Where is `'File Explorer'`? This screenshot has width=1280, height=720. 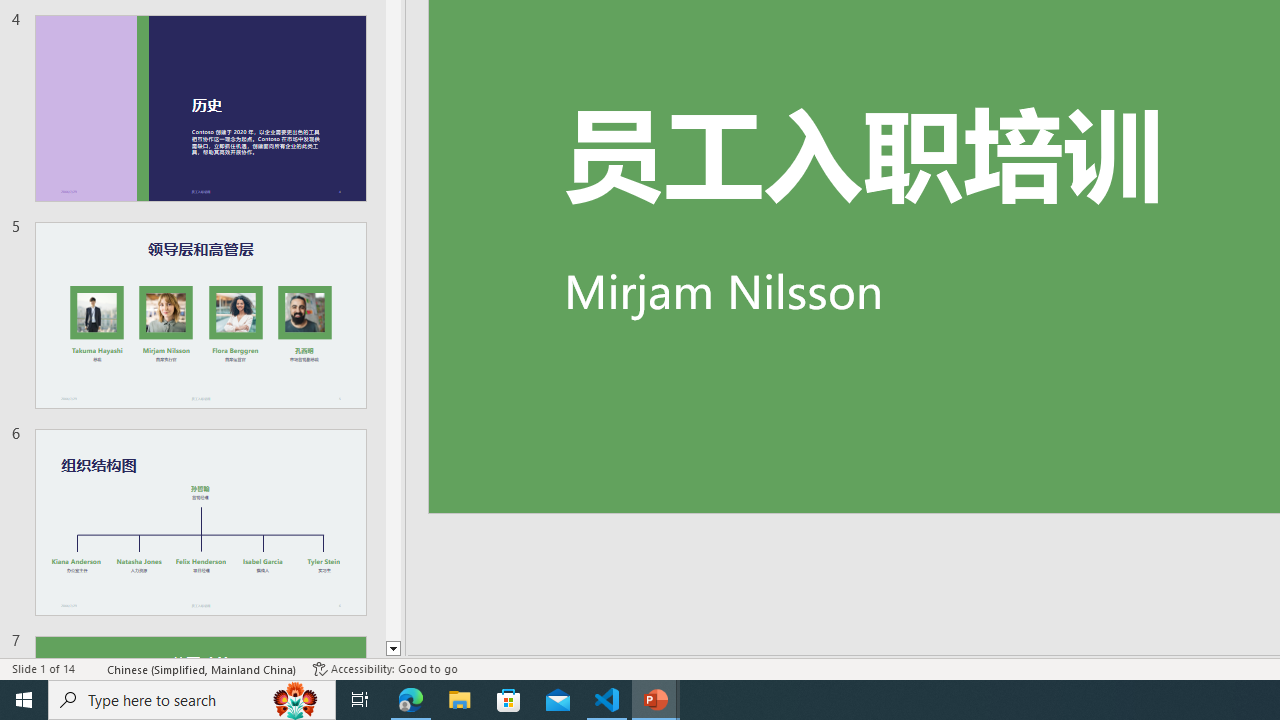 'File Explorer' is located at coordinates (459, 698).